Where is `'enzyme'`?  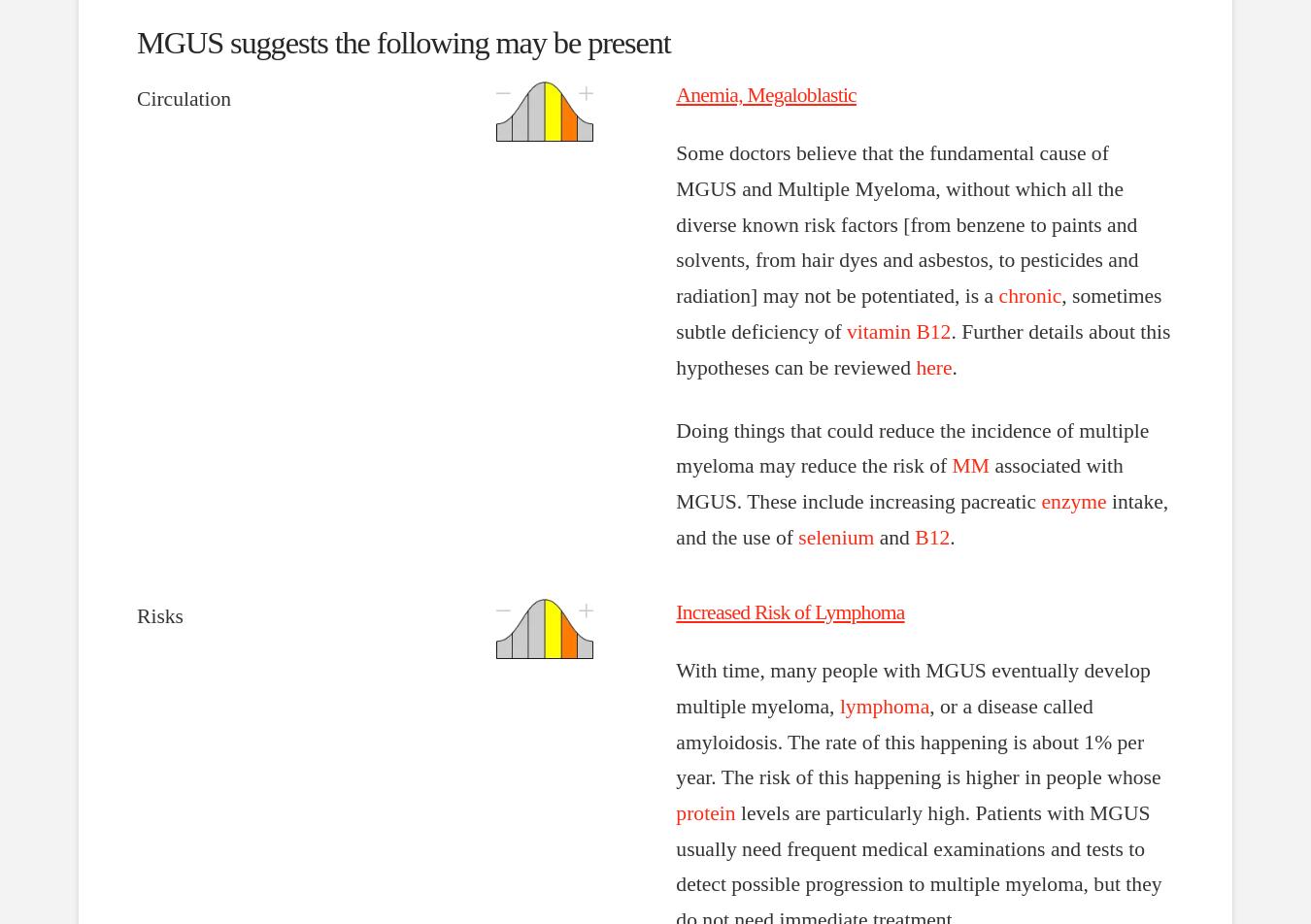 'enzyme' is located at coordinates (1041, 502).